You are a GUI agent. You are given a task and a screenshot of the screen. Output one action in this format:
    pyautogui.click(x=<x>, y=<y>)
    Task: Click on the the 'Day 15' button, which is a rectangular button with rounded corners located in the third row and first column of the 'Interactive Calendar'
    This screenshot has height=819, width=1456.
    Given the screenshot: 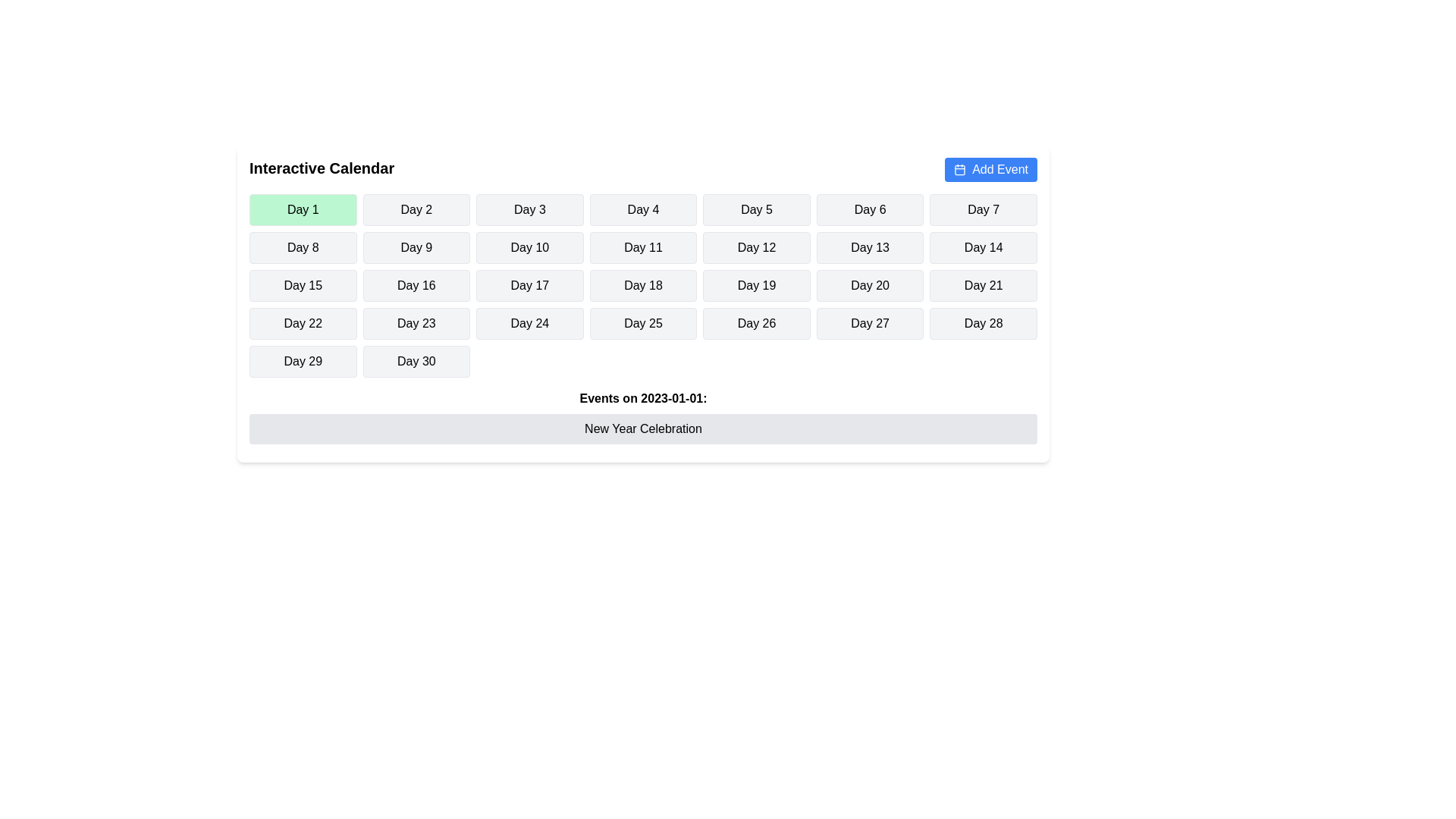 What is the action you would take?
    pyautogui.click(x=303, y=286)
    